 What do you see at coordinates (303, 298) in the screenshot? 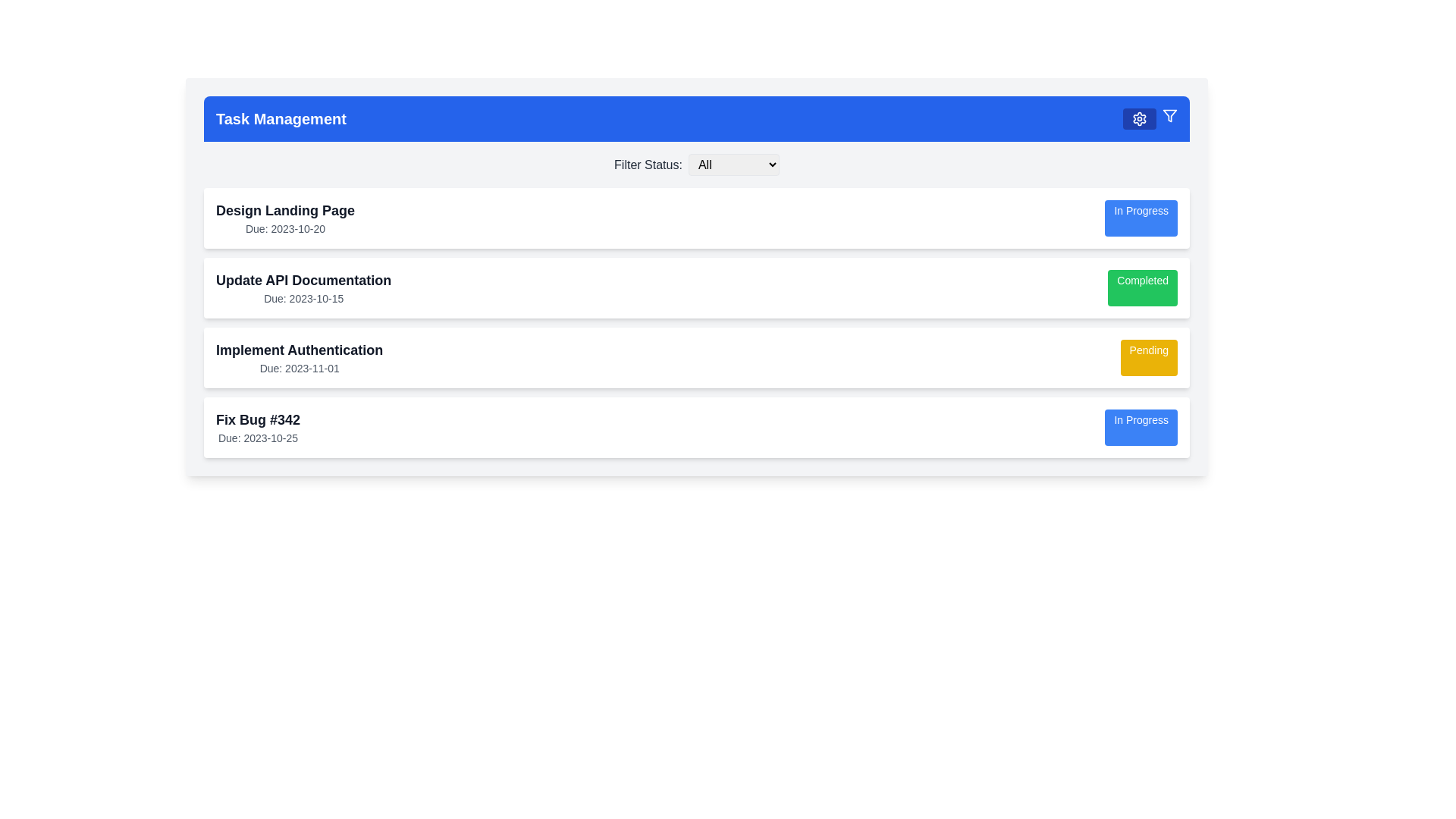
I see `due date displayed in the text label located below the title 'Update API Documentation' in the second task card` at bounding box center [303, 298].